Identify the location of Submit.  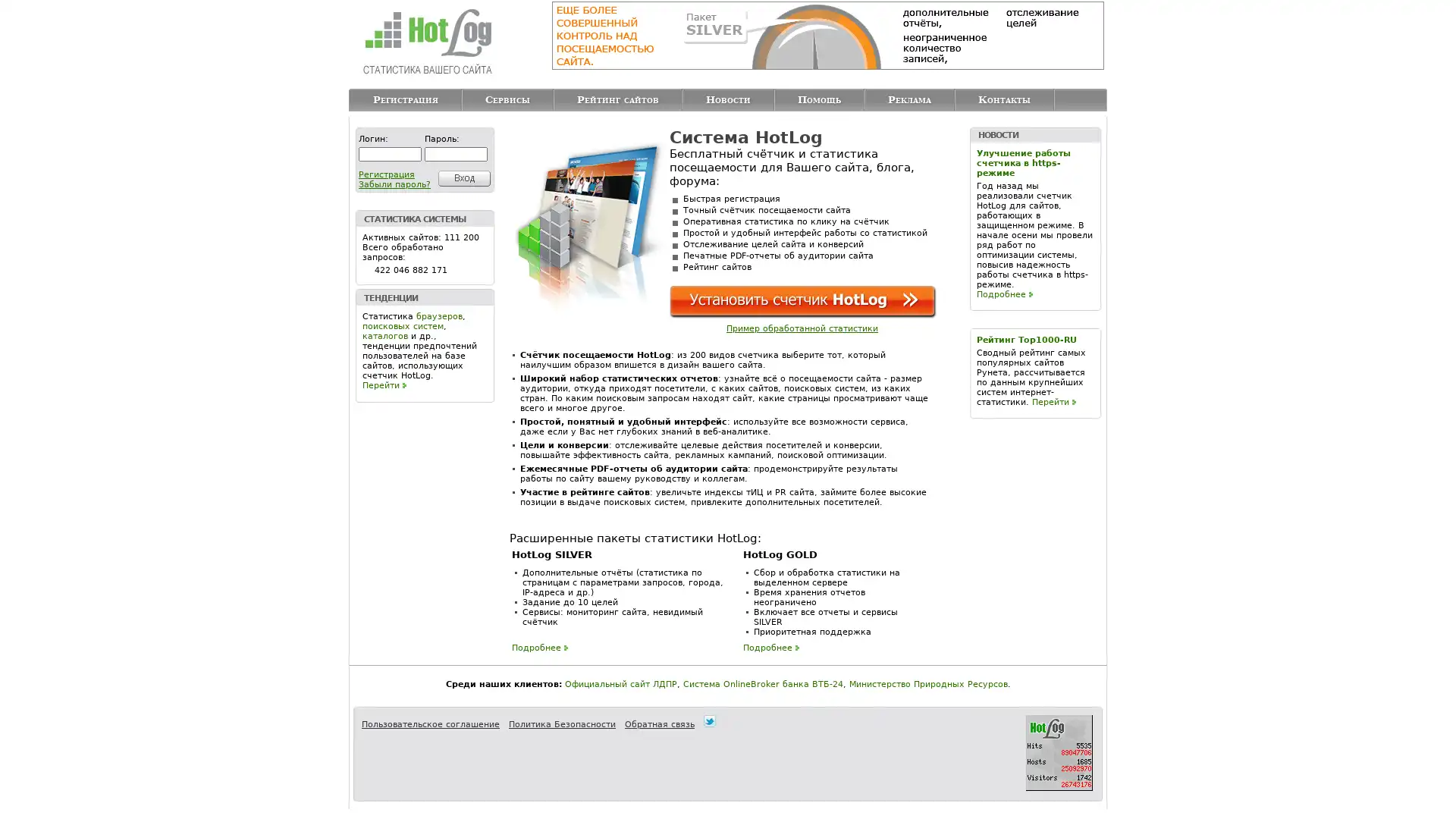
(461, 177).